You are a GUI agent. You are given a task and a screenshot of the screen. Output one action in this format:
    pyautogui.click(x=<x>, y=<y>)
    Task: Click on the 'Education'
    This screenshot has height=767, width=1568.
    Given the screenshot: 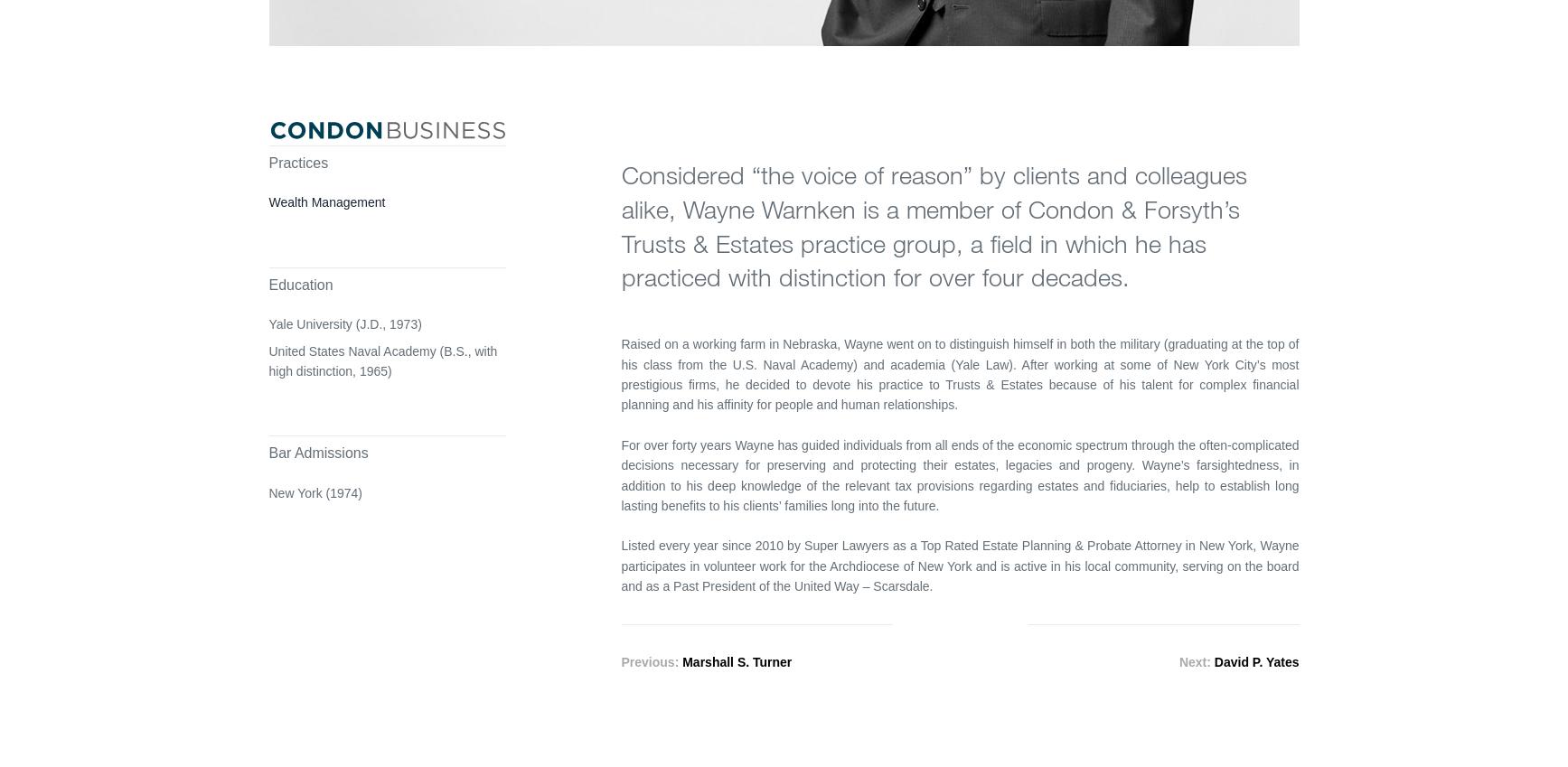 What is the action you would take?
    pyautogui.click(x=300, y=283)
    